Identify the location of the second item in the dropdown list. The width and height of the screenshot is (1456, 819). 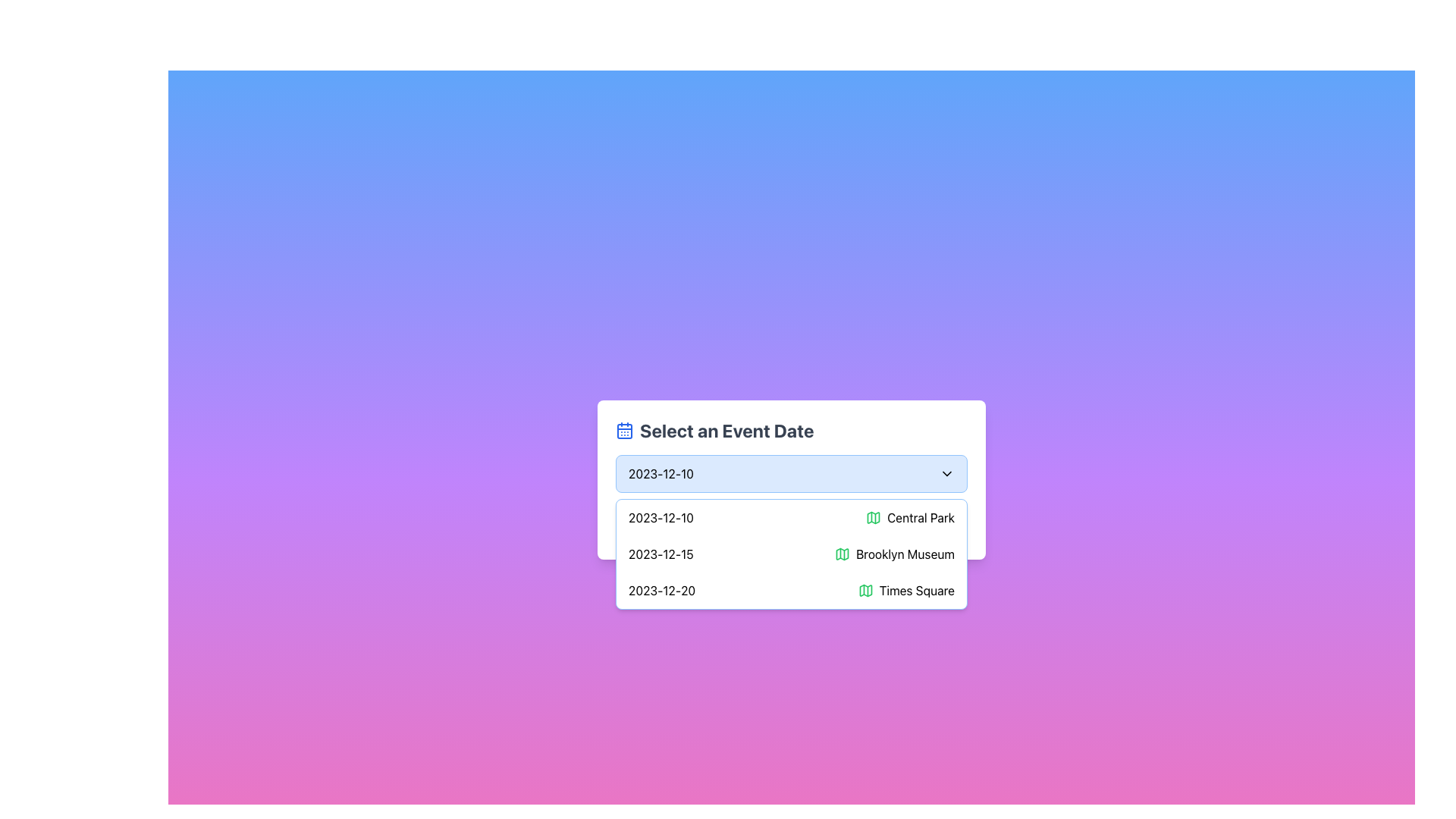
(790, 554).